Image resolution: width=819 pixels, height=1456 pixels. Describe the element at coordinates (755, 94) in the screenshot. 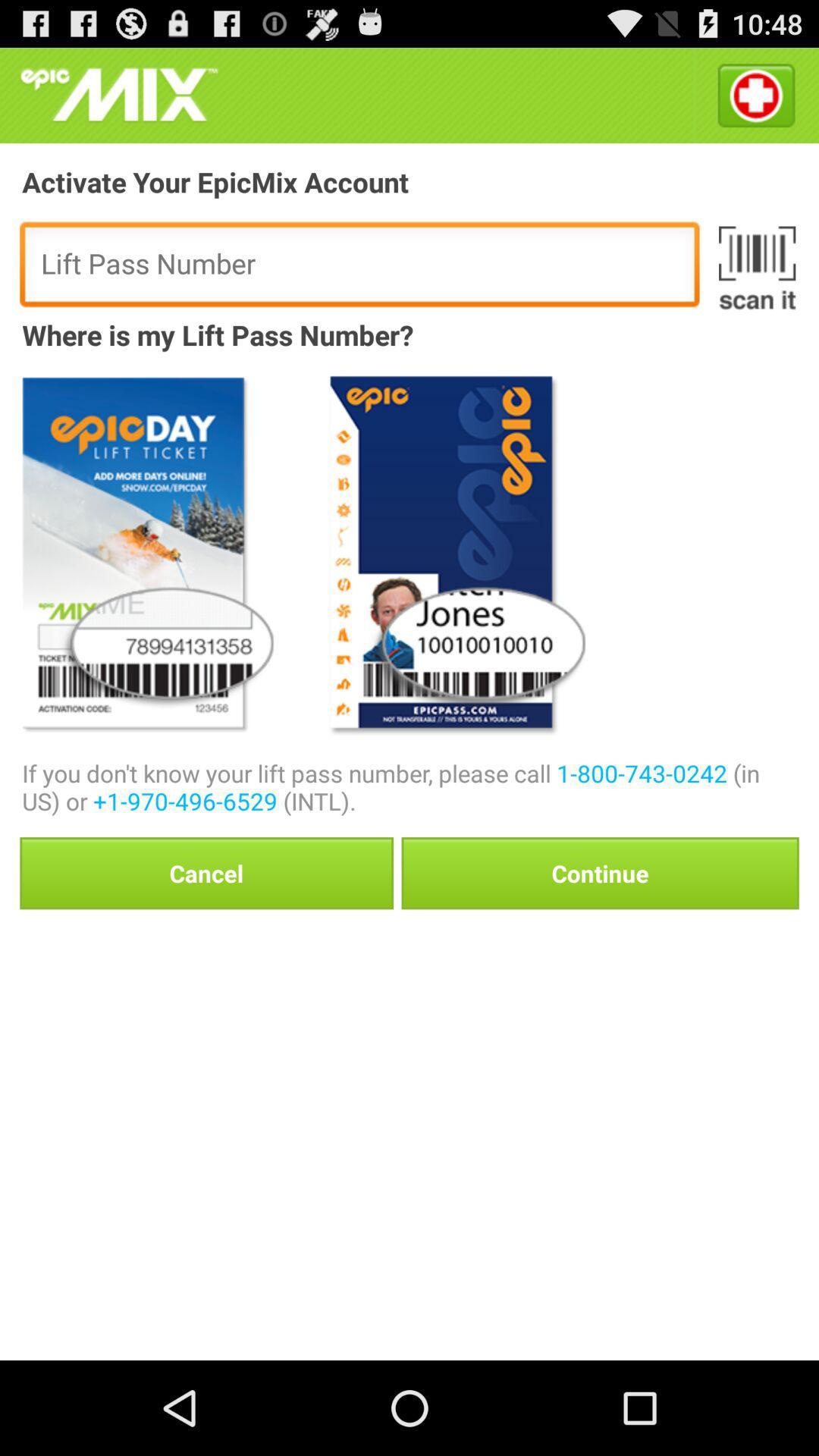

I see `the icon above activate your epicmix item` at that location.